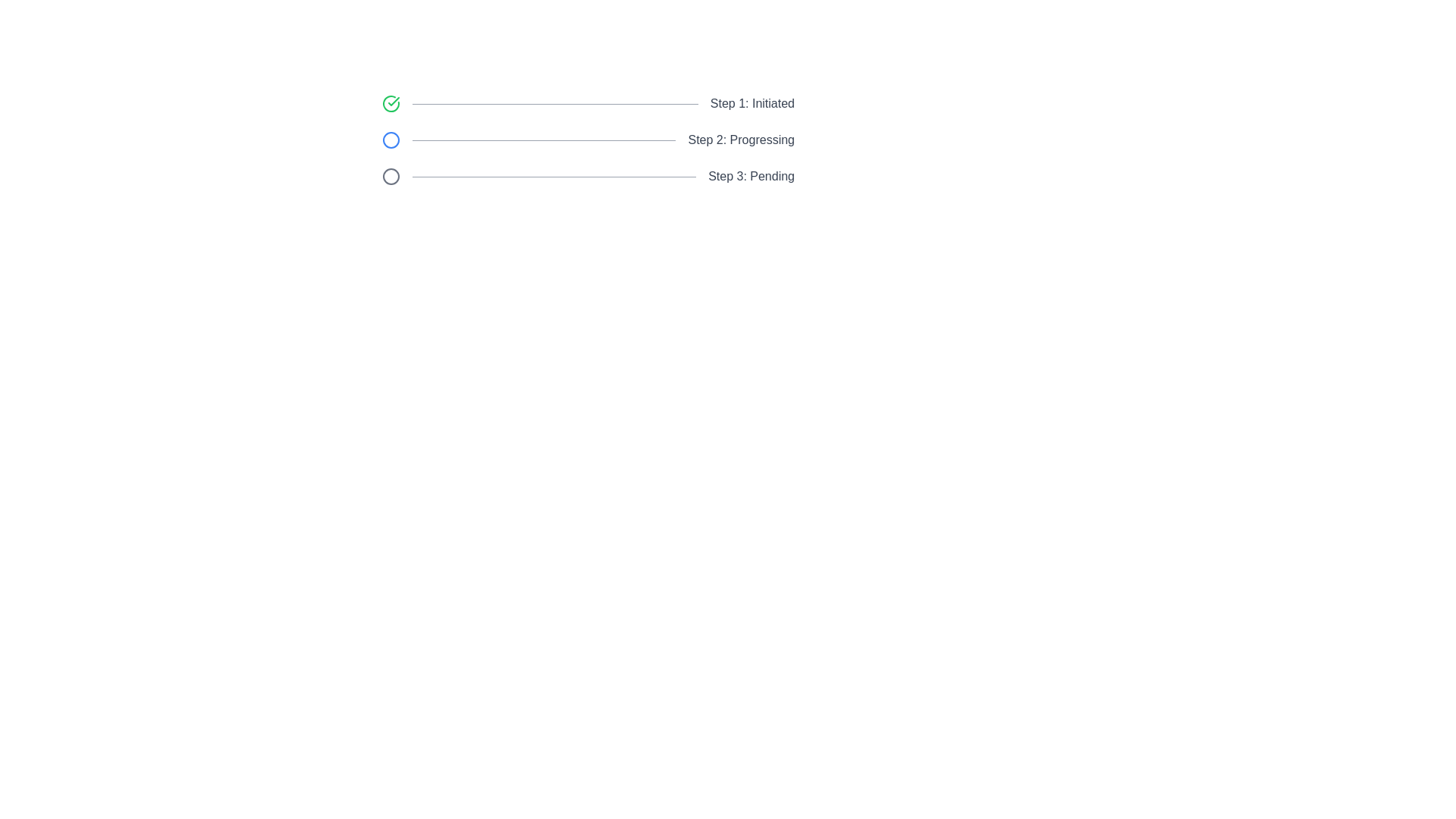 The width and height of the screenshot is (1456, 819). Describe the element at coordinates (391, 175) in the screenshot. I see `the non-interactive SVG circle with a gray border that indicates 'Step 3: Pending'` at that location.